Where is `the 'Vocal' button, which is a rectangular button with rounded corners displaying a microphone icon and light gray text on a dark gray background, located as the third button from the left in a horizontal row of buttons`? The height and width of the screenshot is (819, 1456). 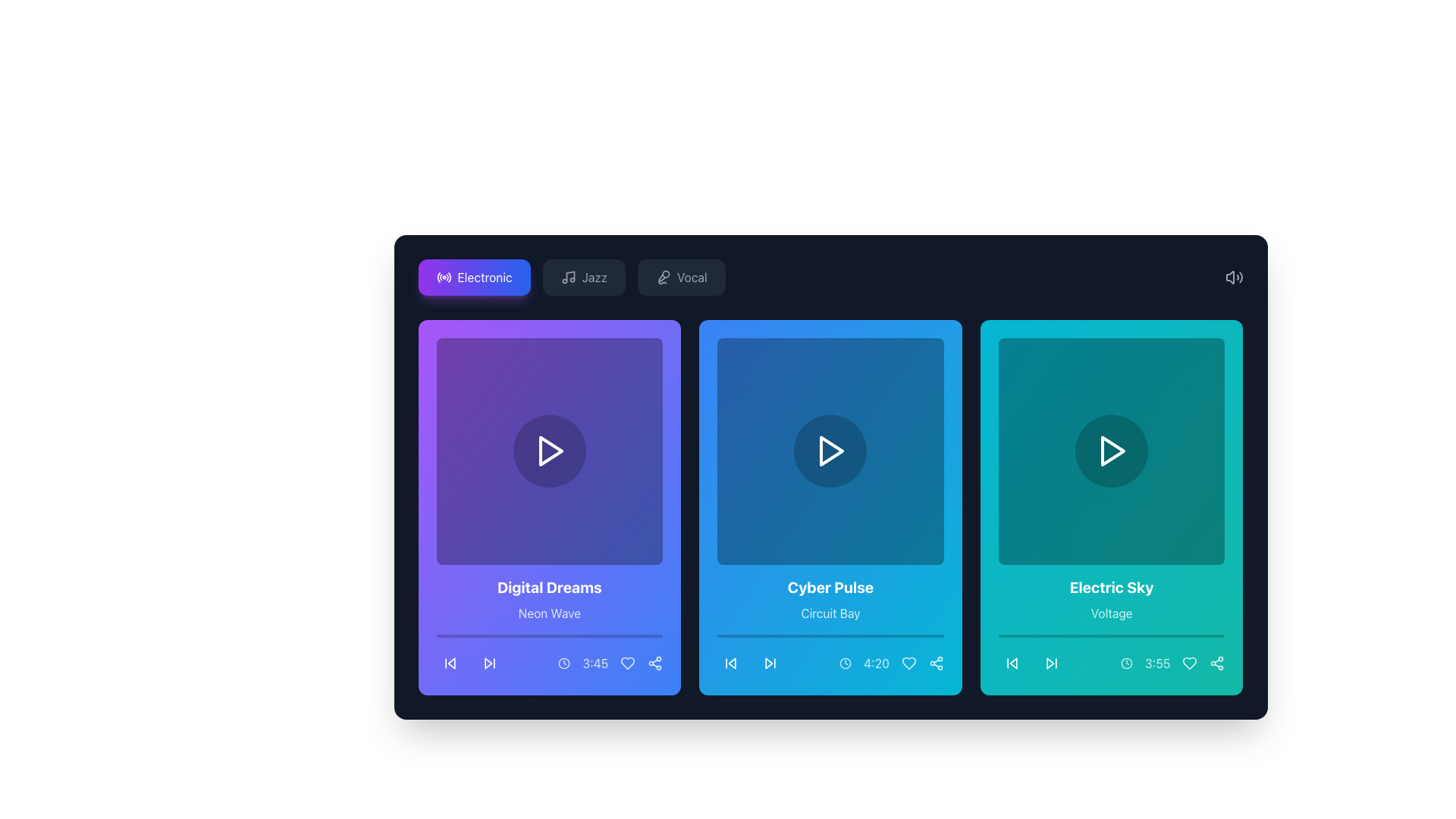 the 'Vocal' button, which is a rectangular button with rounded corners displaying a microphone icon and light gray text on a dark gray background, located as the third button from the left in a horizontal row of buttons is located at coordinates (680, 278).